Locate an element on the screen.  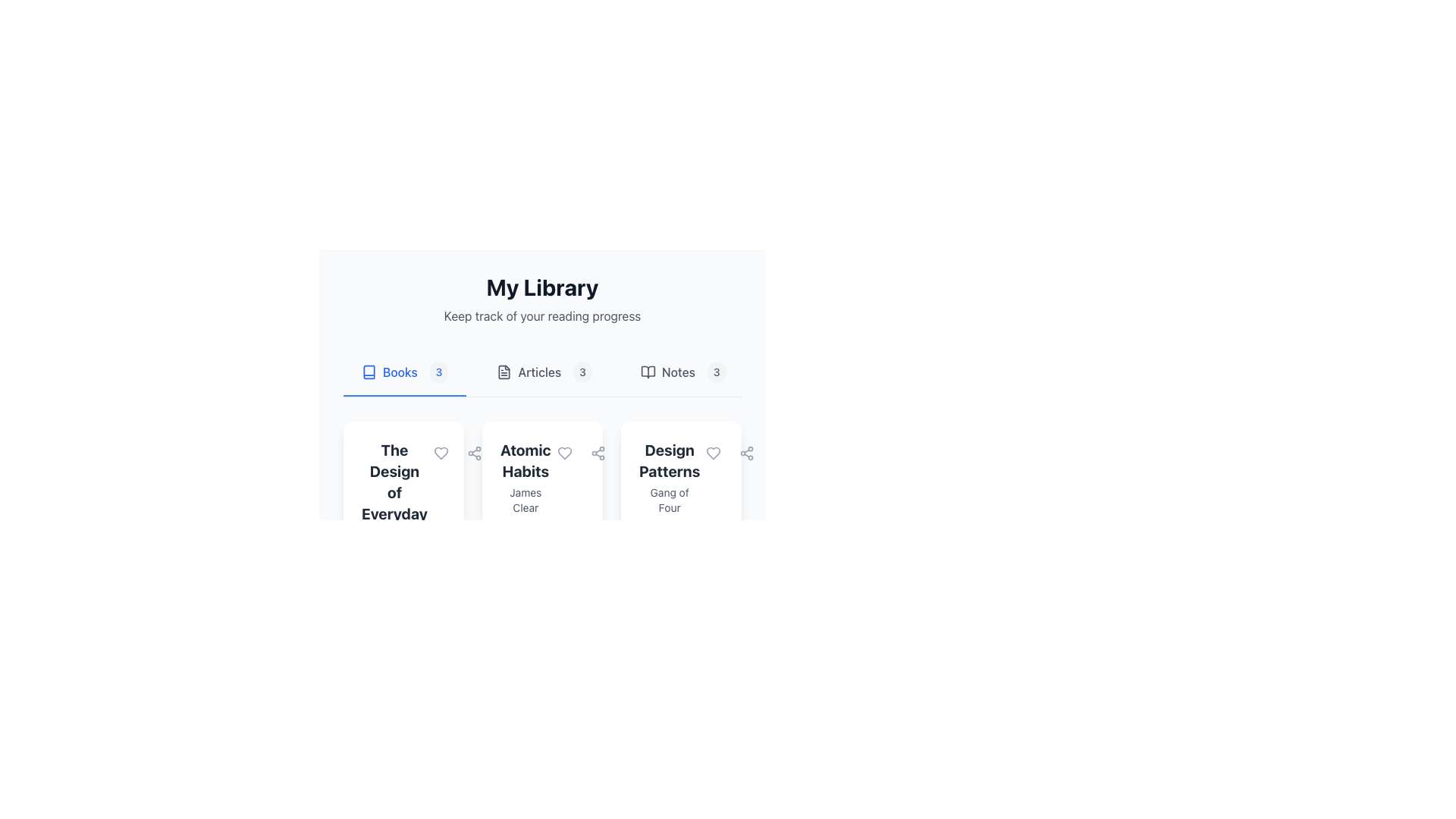
the 'Articles' icon located in the navigation bar is located at coordinates (504, 372).